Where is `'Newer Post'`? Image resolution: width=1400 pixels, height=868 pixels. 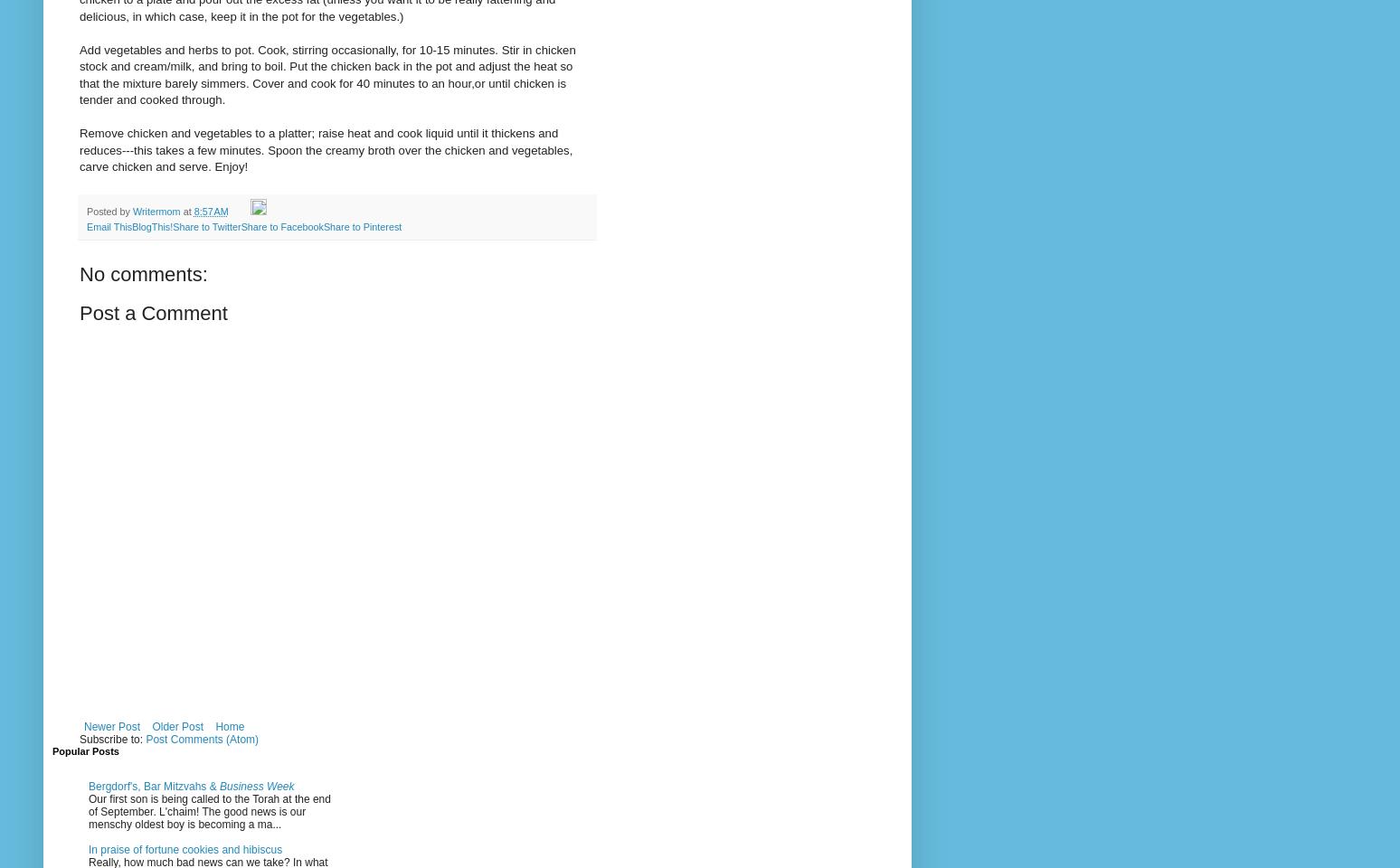 'Newer Post' is located at coordinates (111, 726).